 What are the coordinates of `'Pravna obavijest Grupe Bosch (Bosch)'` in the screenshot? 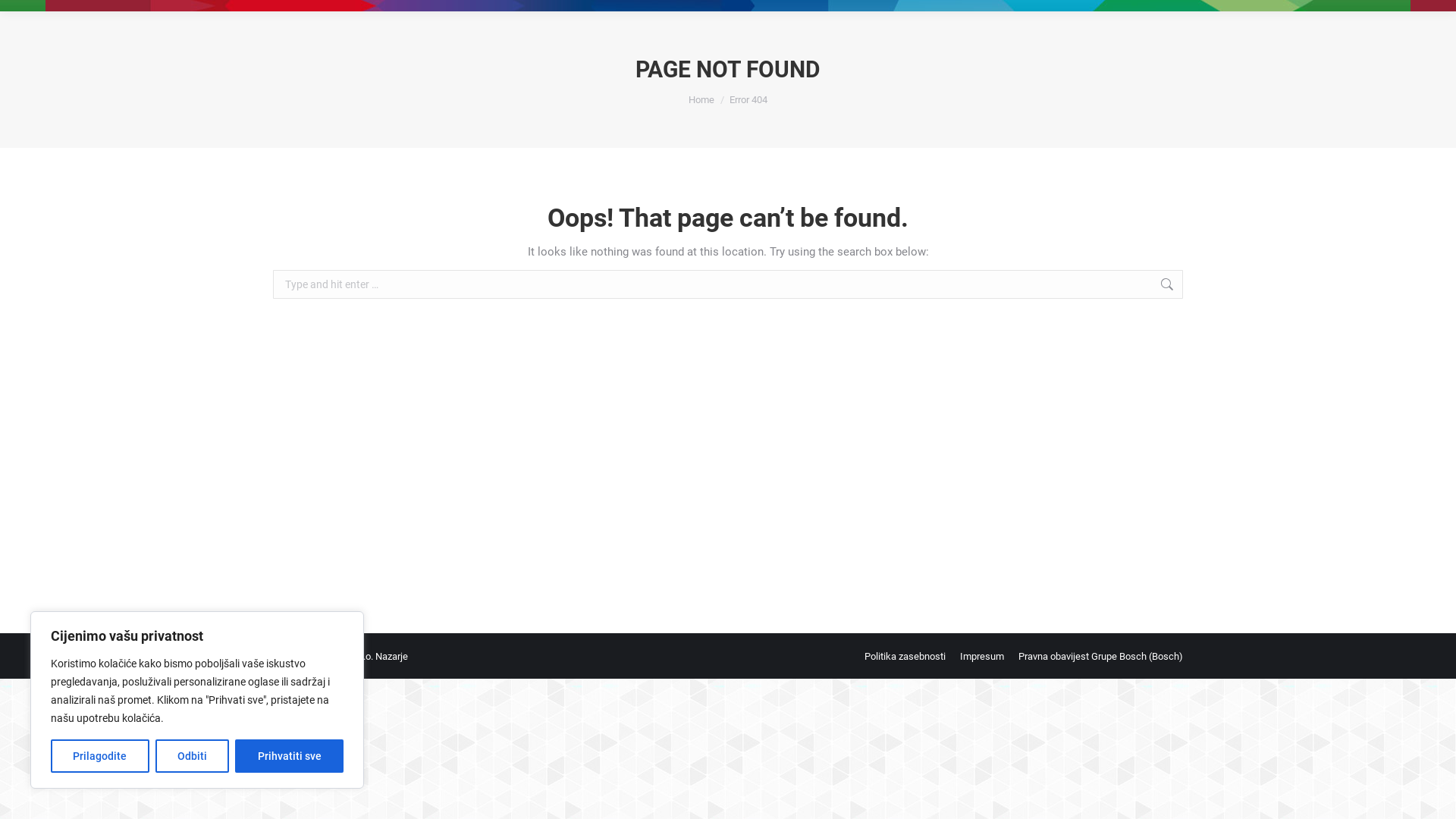 It's located at (1100, 655).